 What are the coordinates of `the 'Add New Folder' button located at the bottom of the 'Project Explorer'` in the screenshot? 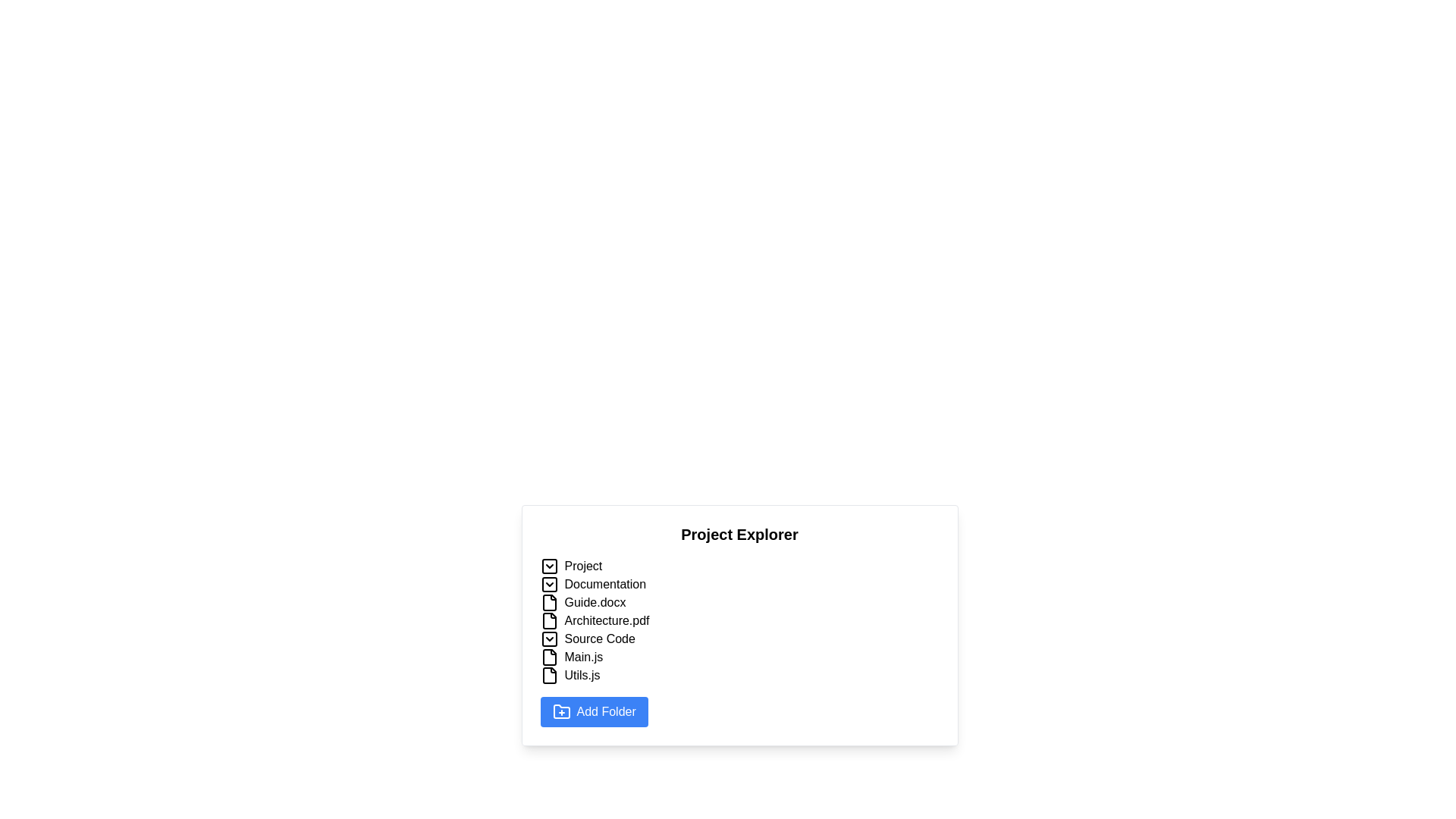 It's located at (593, 711).